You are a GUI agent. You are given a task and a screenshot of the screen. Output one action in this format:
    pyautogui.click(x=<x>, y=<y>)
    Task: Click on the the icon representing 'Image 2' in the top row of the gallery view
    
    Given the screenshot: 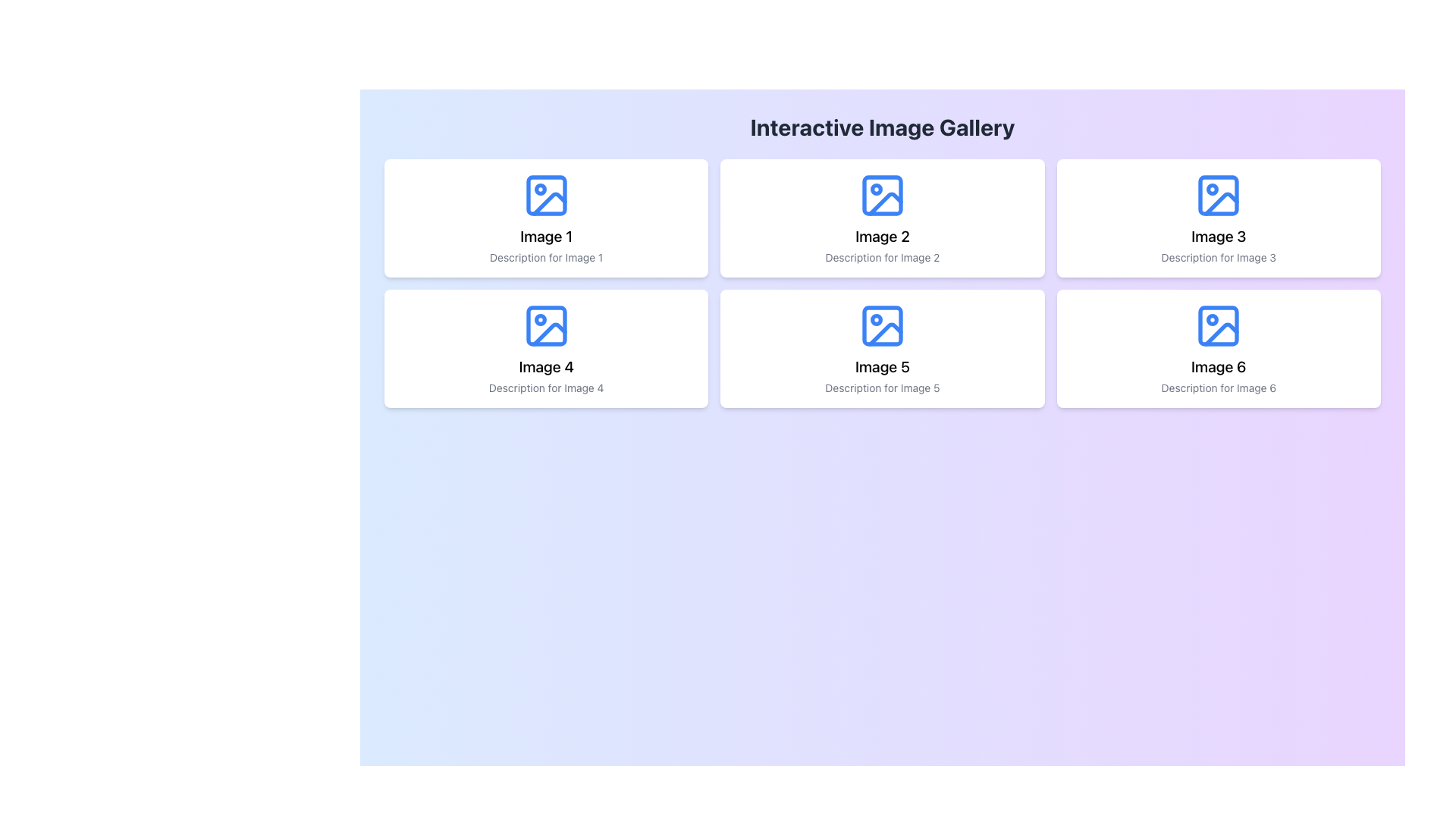 What is the action you would take?
    pyautogui.click(x=882, y=195)
    